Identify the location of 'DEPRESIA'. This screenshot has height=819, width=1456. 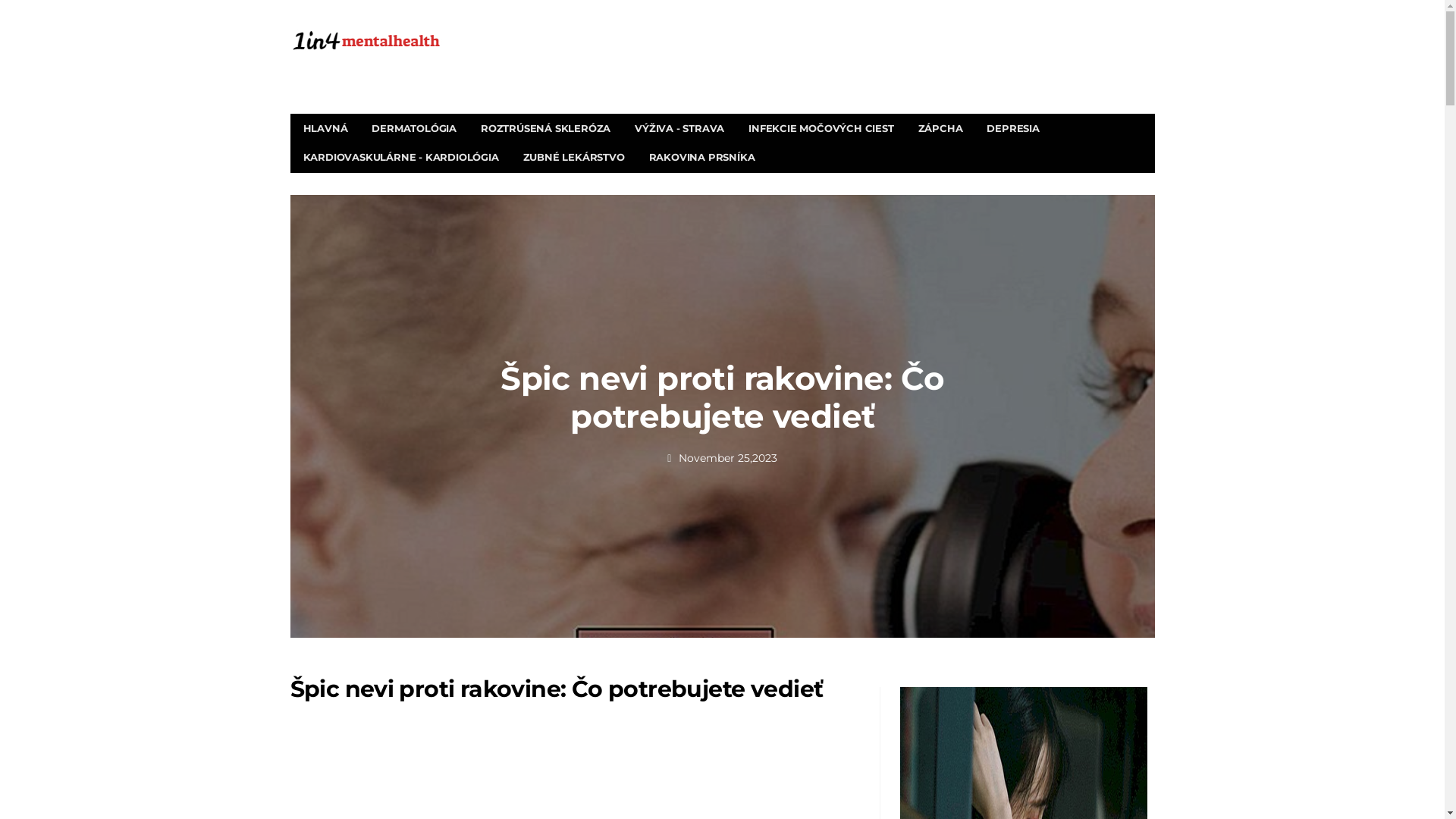
(1012, 127).